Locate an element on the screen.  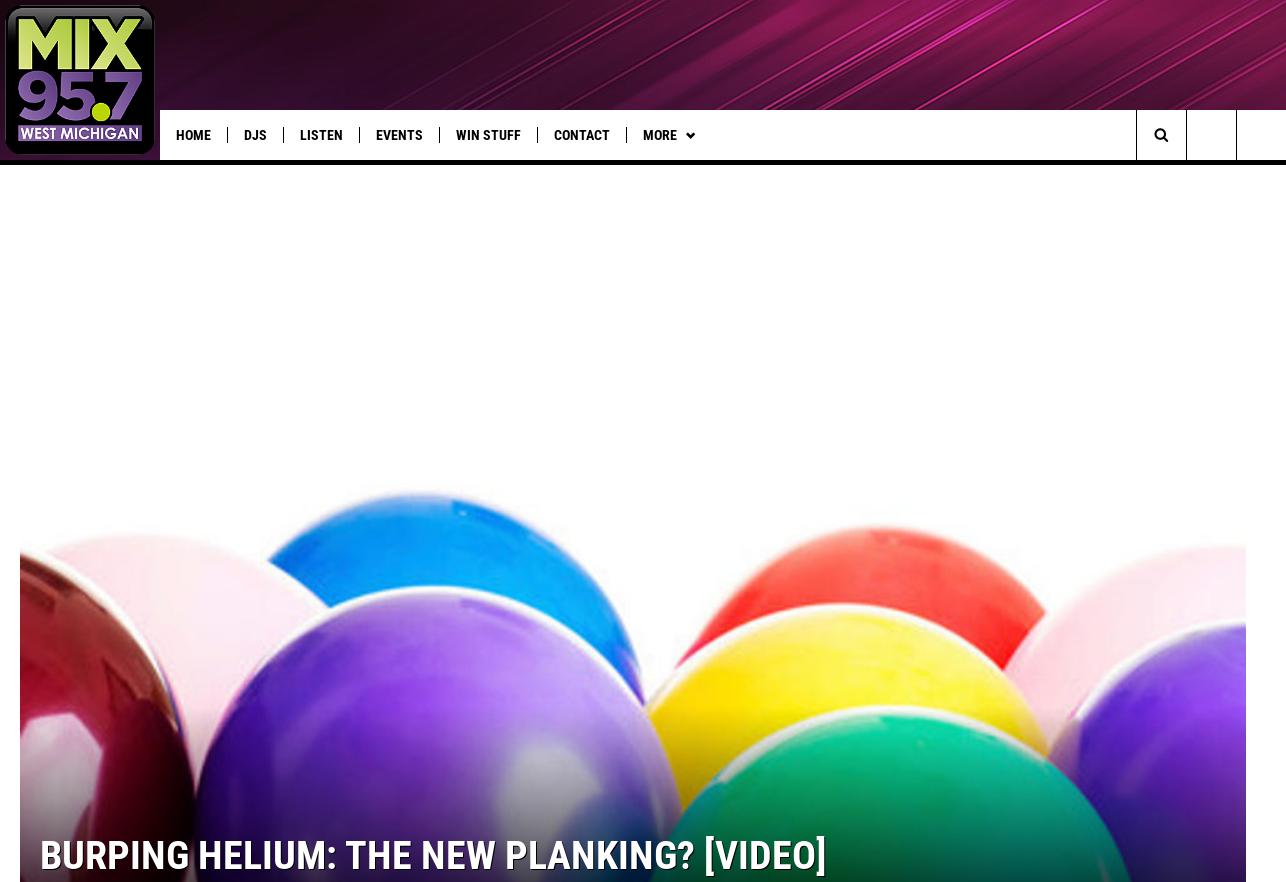
'Contact' is located at coordinates (581, 135).